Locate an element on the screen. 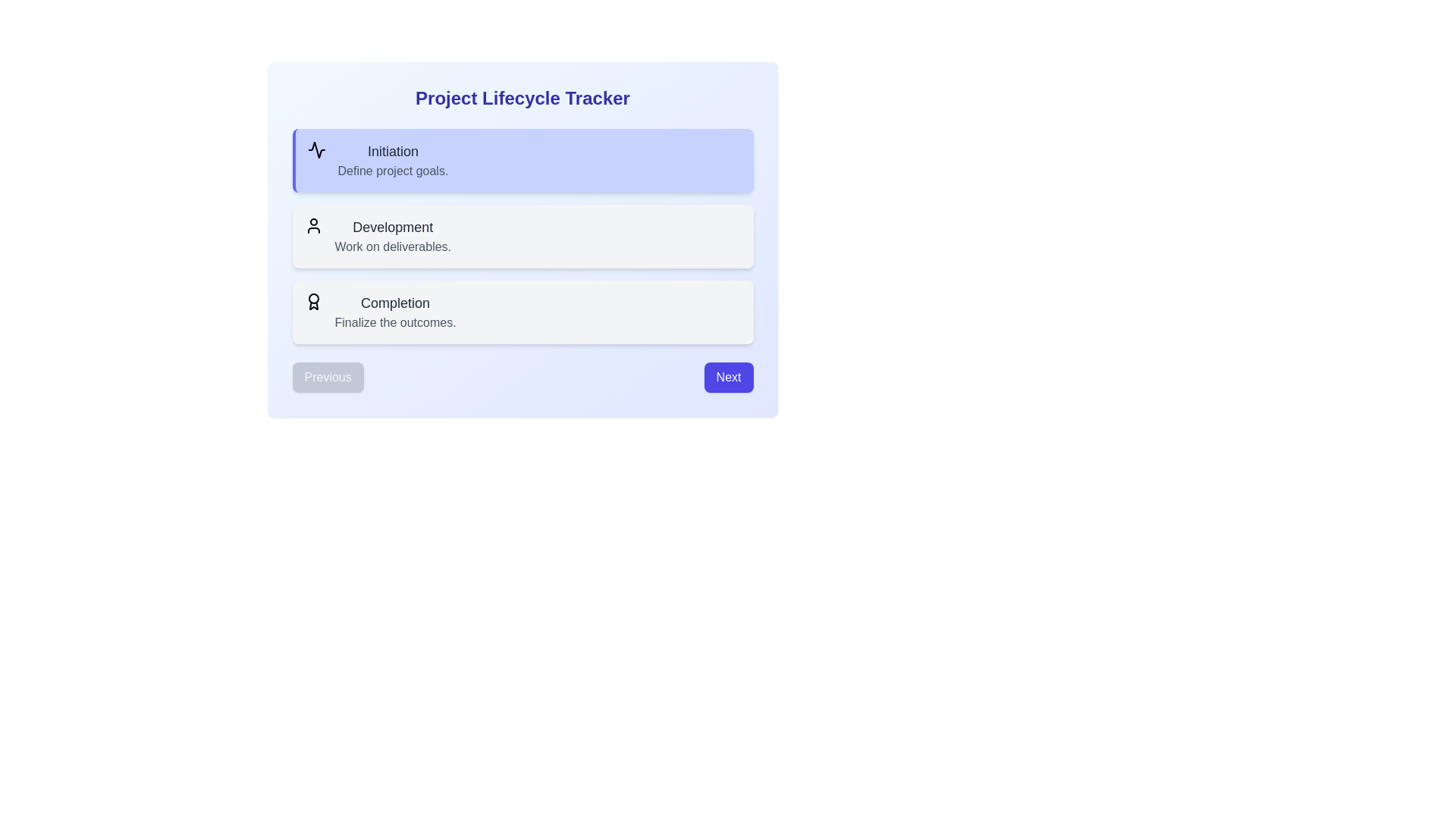 The height and width of the screenshot is (819, 1456). the achievement icon representing the 'Completion' phase located in the bottom section aligned with the text 'Completion: Finalize the outcomes' is located at coordinates (312, 306).